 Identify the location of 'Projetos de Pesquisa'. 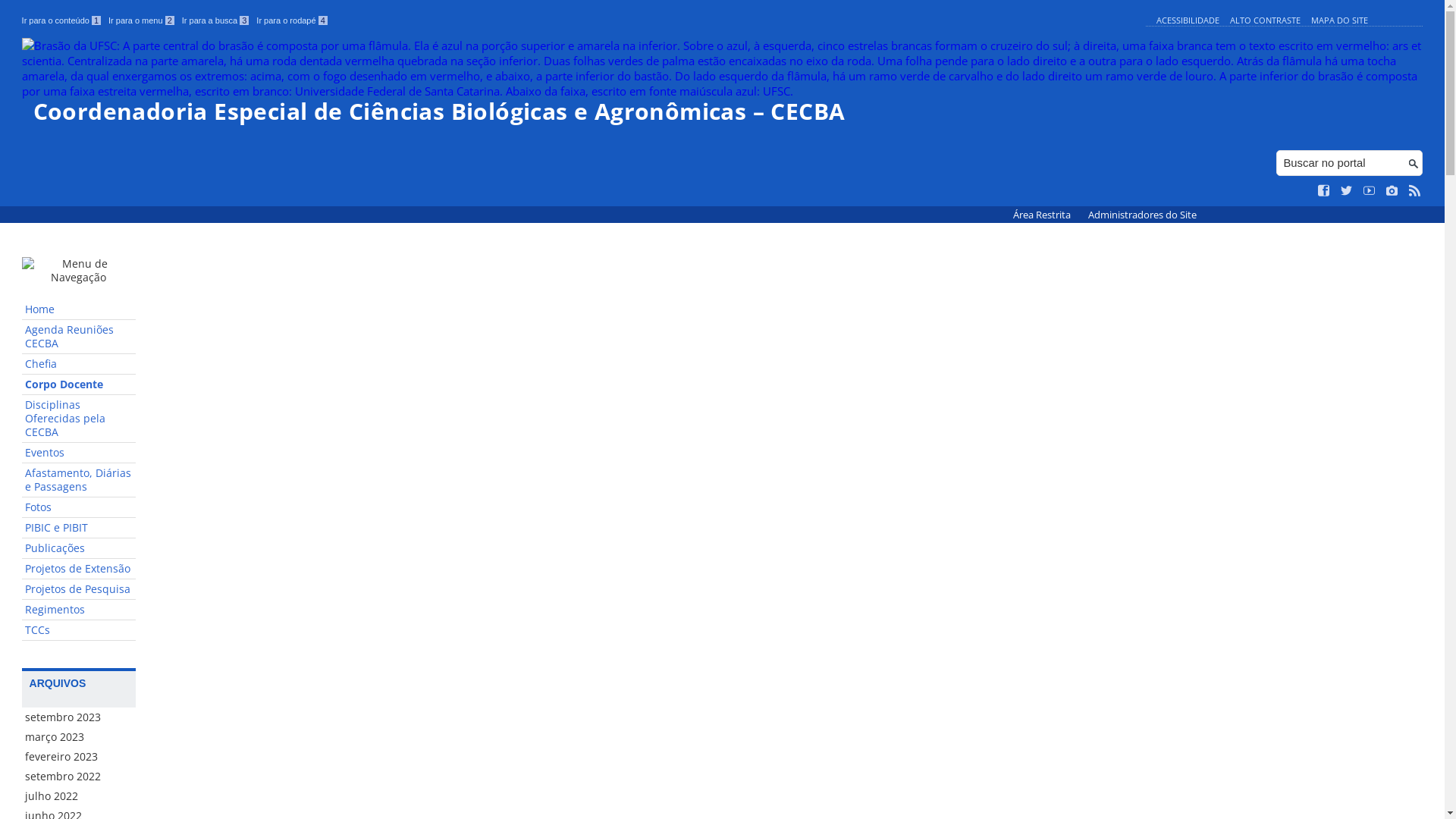
(78, 588).